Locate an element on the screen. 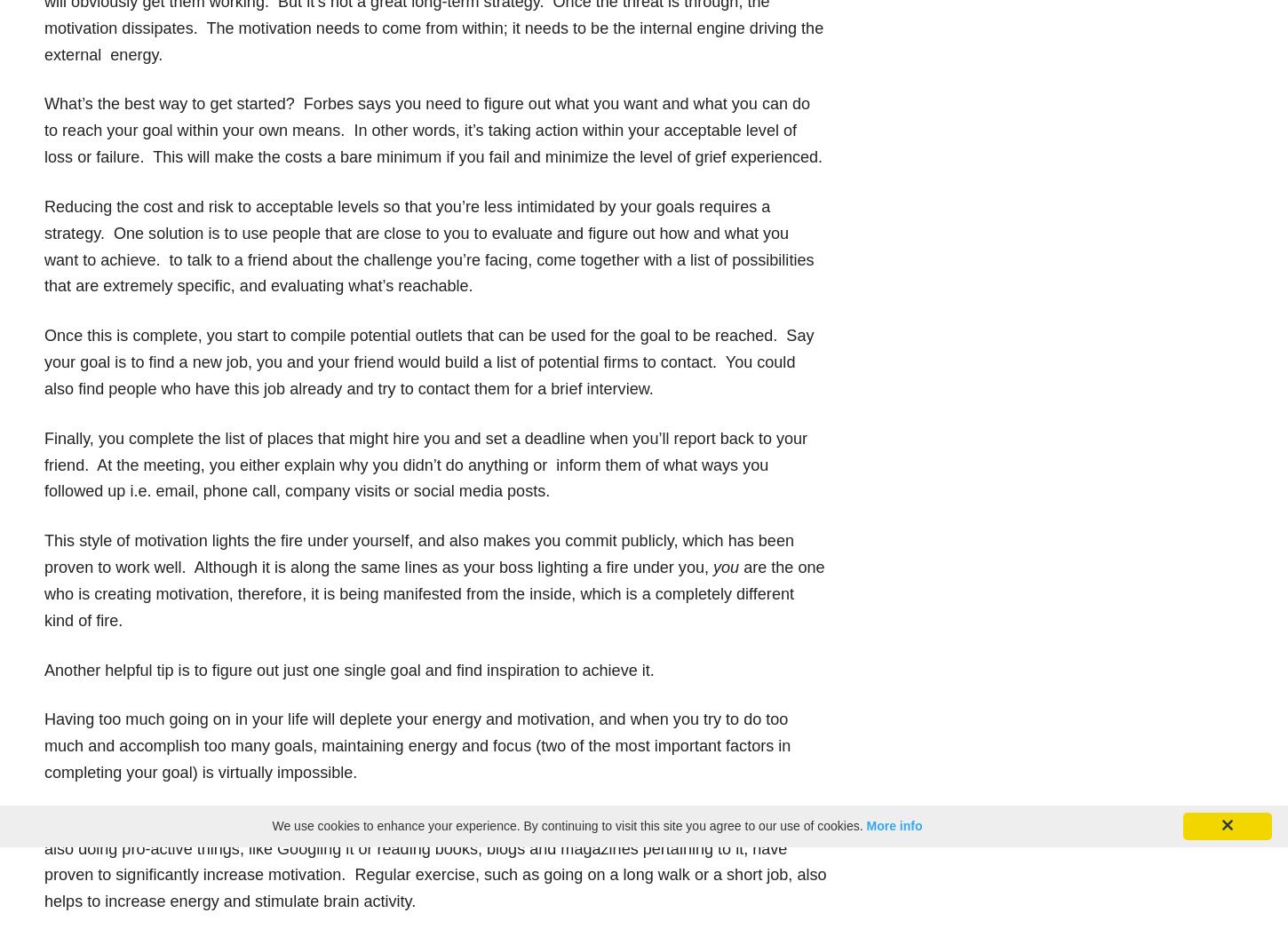  'Reducing the cost and risk to acceptable levels so that you’re less intimidated by your goals requires a strategy.  One solution is to use people that are close to you to evaluate and figure out how and what you want to achieve.  to talk to a friend about the challenge you’re facing, come together with a list of possibilities that are extremely specific, and evaluating what’s reachable.' is located at coordinates (427, 245).